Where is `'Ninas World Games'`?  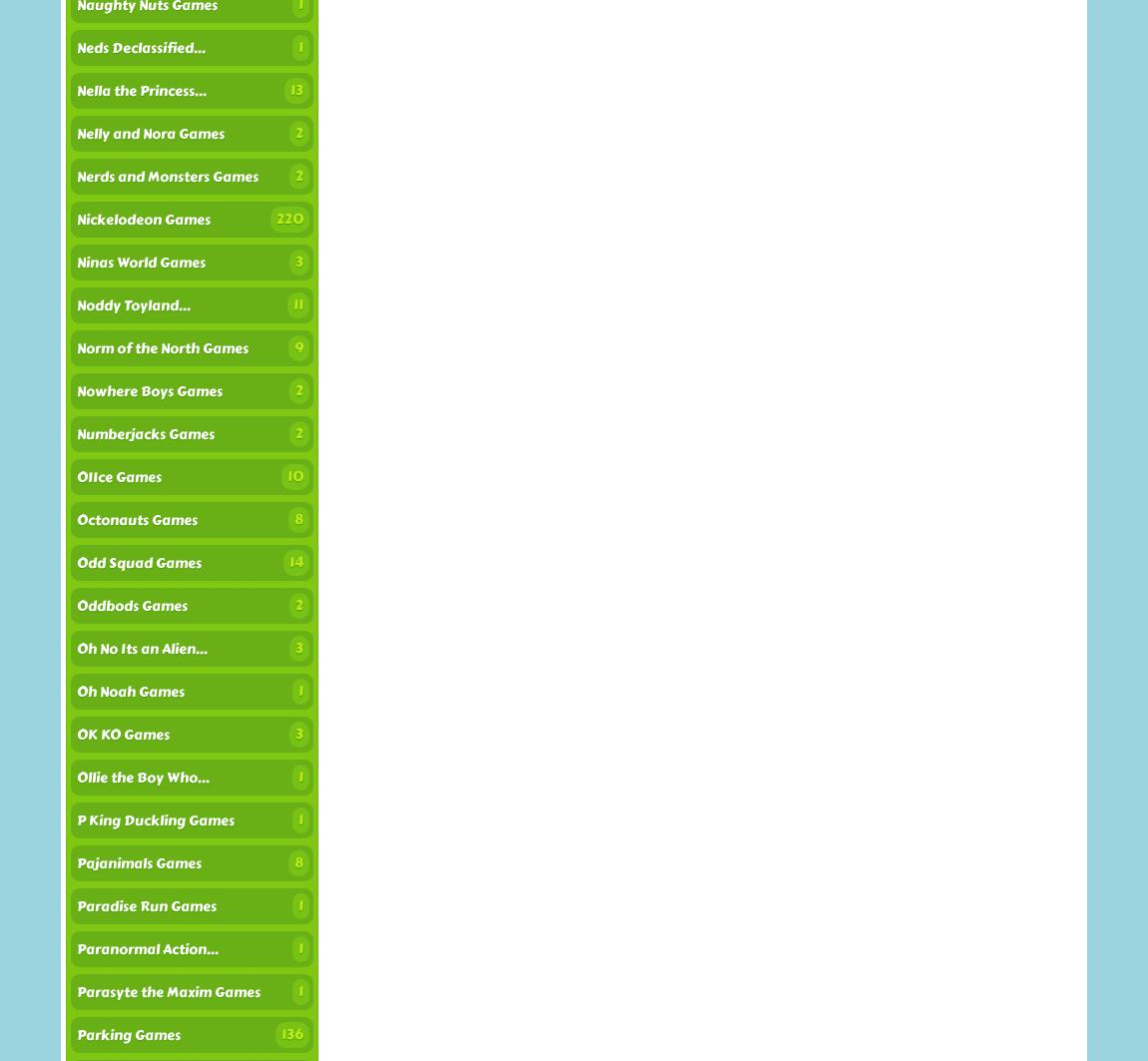 'Ninas World Games' is located at coordinates (76, 263).